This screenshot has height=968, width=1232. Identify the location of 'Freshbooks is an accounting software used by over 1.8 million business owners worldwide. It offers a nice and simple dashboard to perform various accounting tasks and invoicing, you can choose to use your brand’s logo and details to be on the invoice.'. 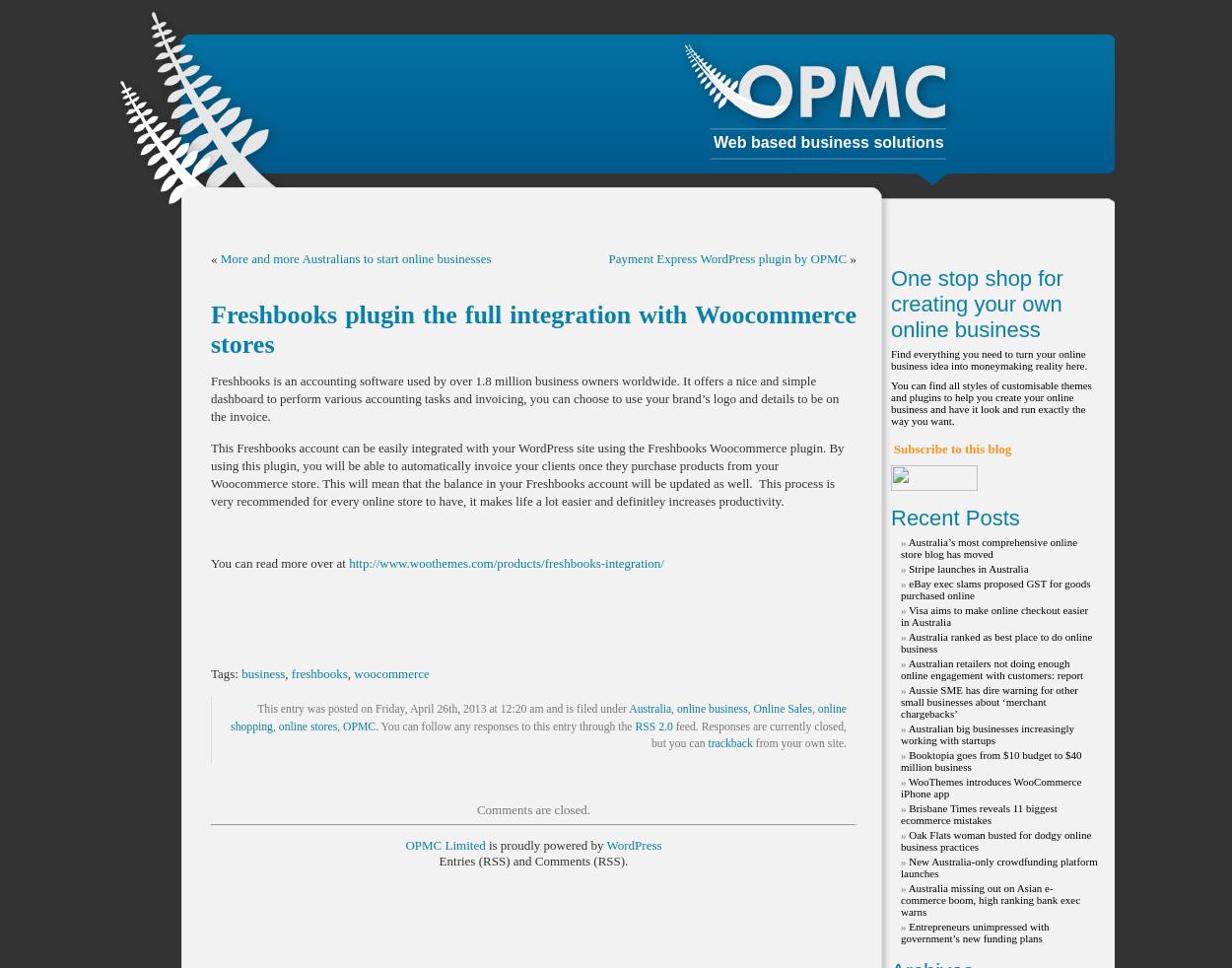
(210, 398).